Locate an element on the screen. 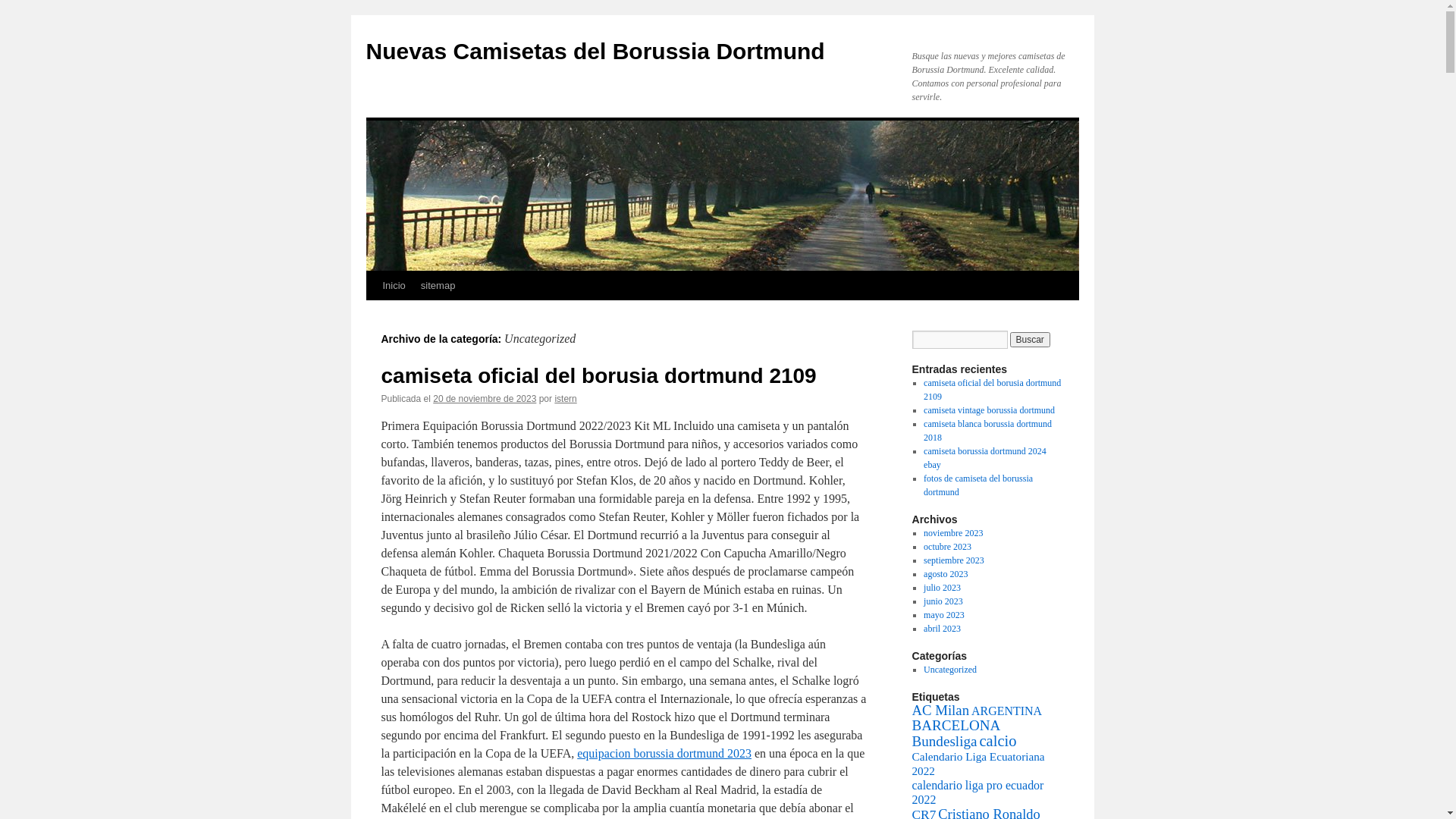 This screenshot has height=819, width=1456. 'septiembre 2023' is located at coordinates (952, 560).